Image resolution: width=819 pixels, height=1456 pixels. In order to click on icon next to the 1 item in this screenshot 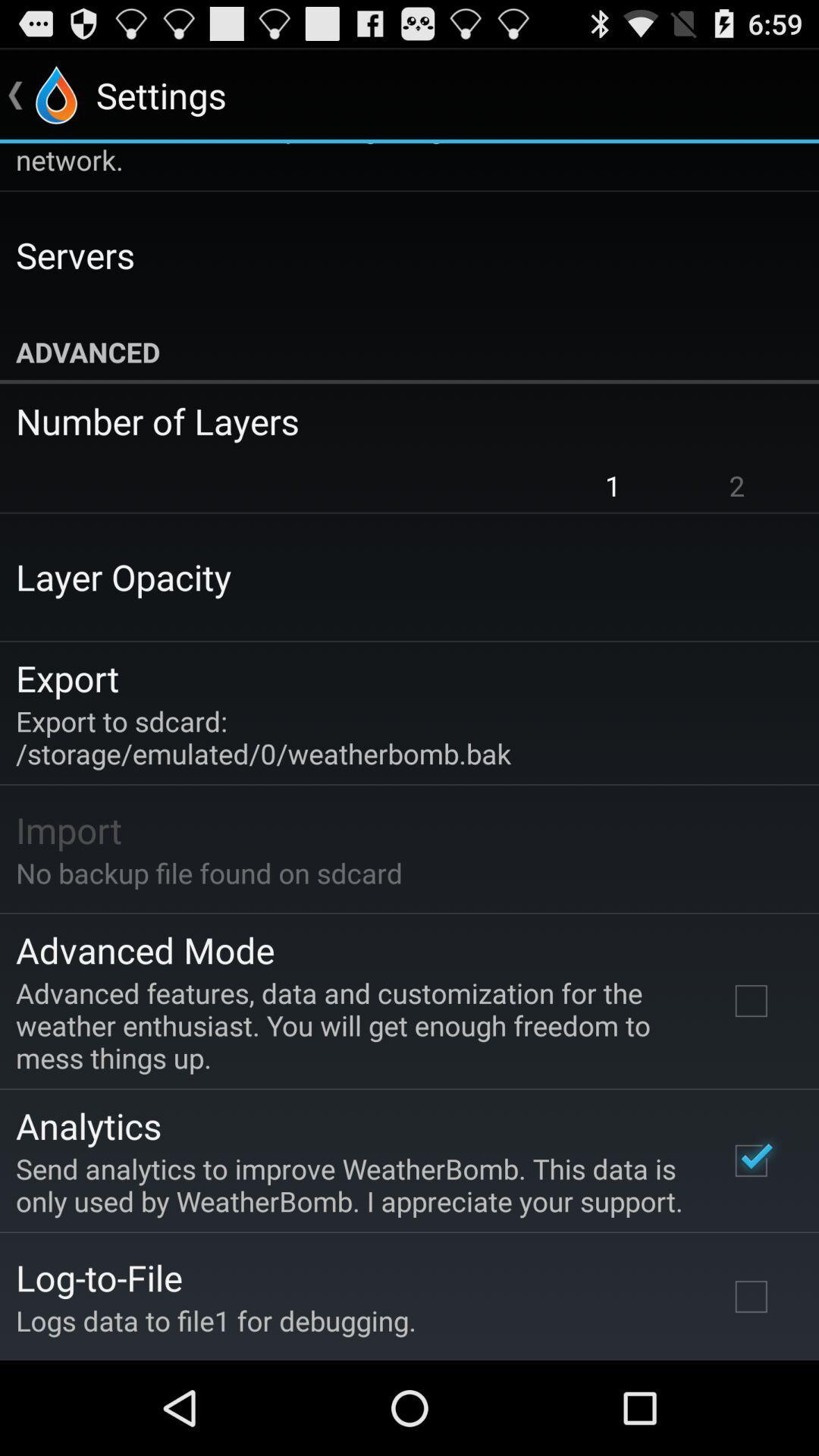, I will do `click(736, 485)`.